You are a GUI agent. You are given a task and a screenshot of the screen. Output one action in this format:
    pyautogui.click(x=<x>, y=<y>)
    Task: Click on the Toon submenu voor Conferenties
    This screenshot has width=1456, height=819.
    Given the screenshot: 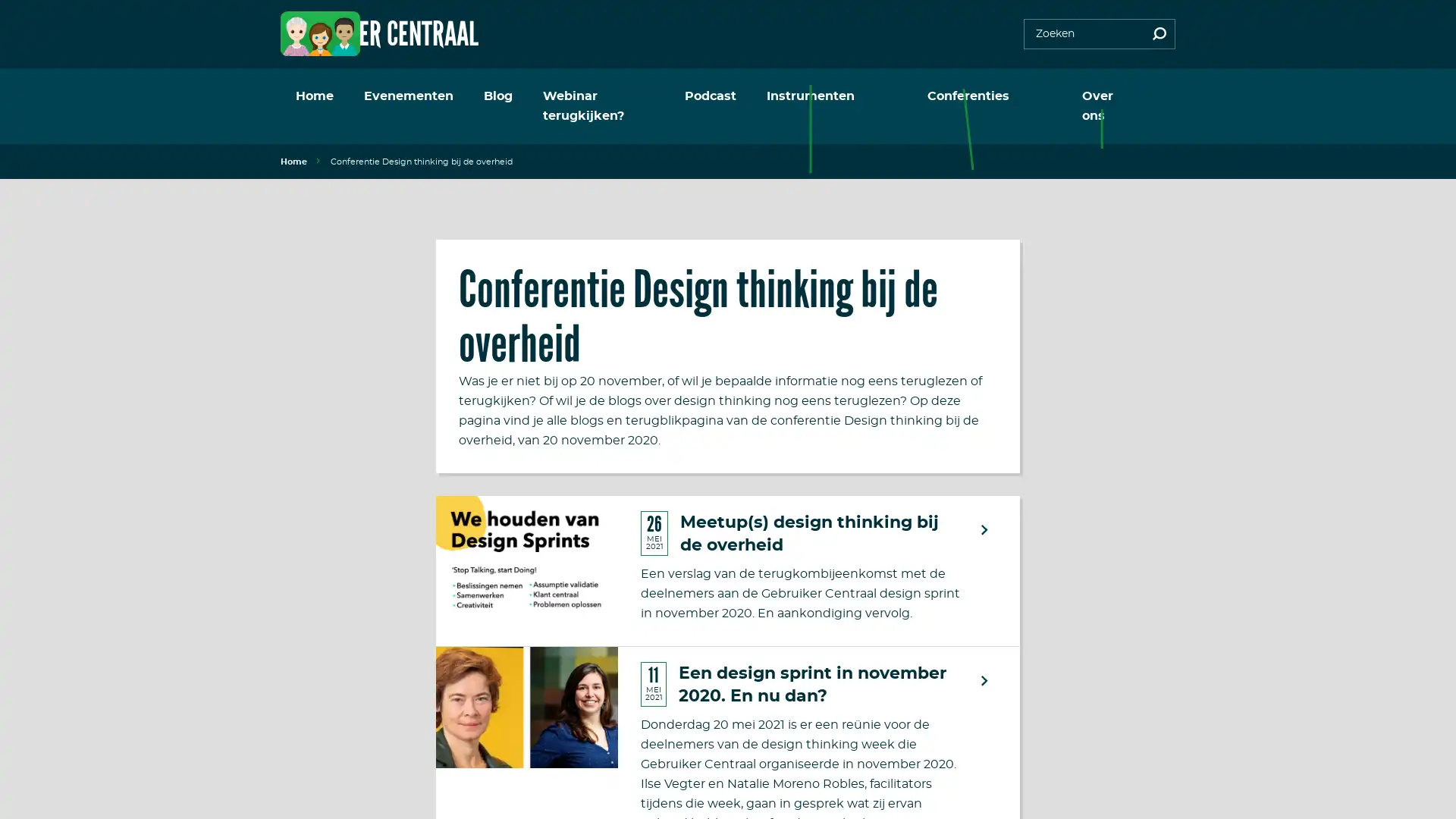 What is the action you would take?
    pyautogui.click(x=1037, y=96)
    